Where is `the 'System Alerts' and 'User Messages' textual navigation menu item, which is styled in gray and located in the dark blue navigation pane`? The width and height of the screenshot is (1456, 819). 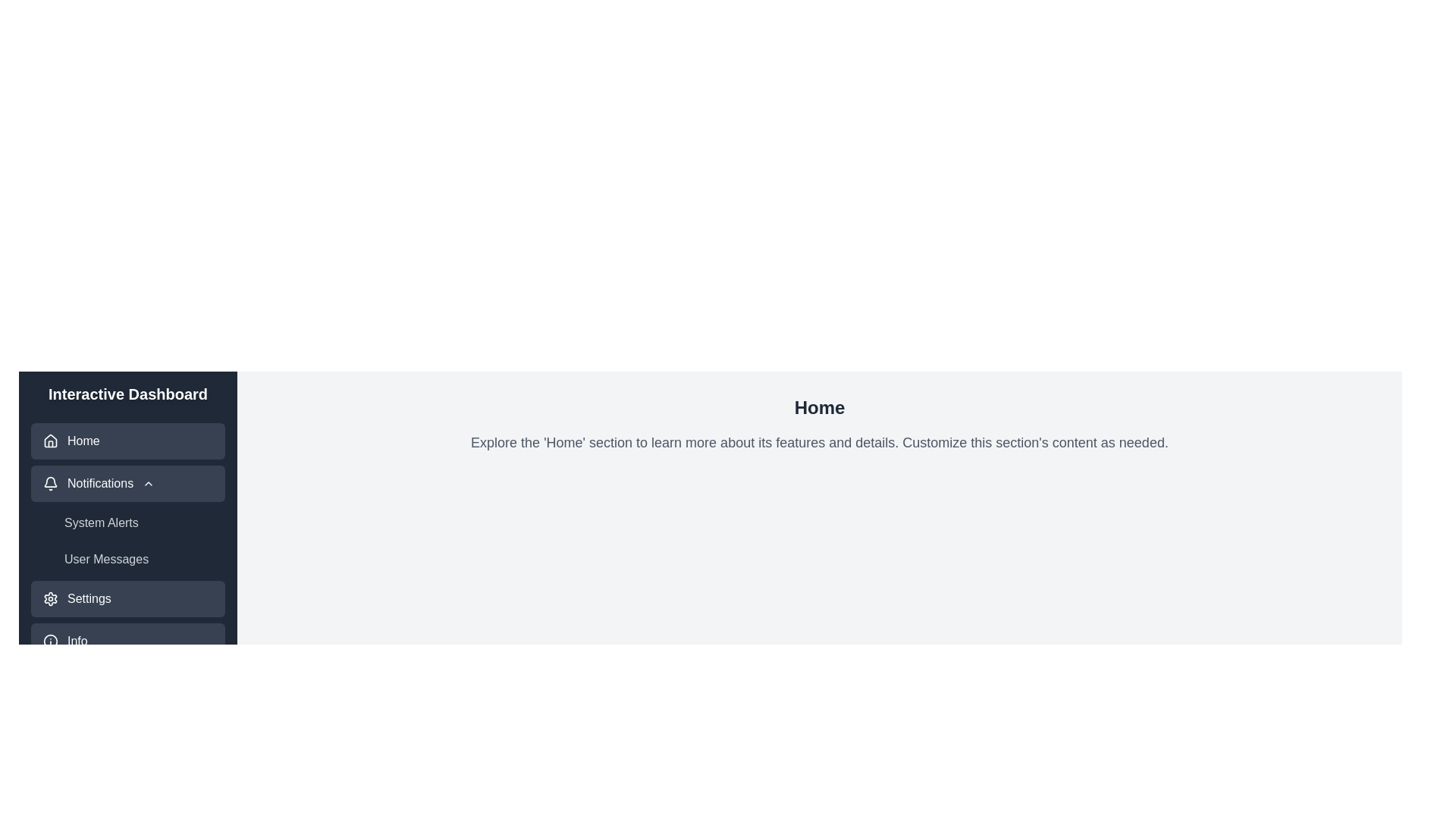
the 'System Alerts' and 'User Messages' textual navigation menu item, which is styled in gray and located in the dark blue navigation pane is located at coordinates (127, 540).